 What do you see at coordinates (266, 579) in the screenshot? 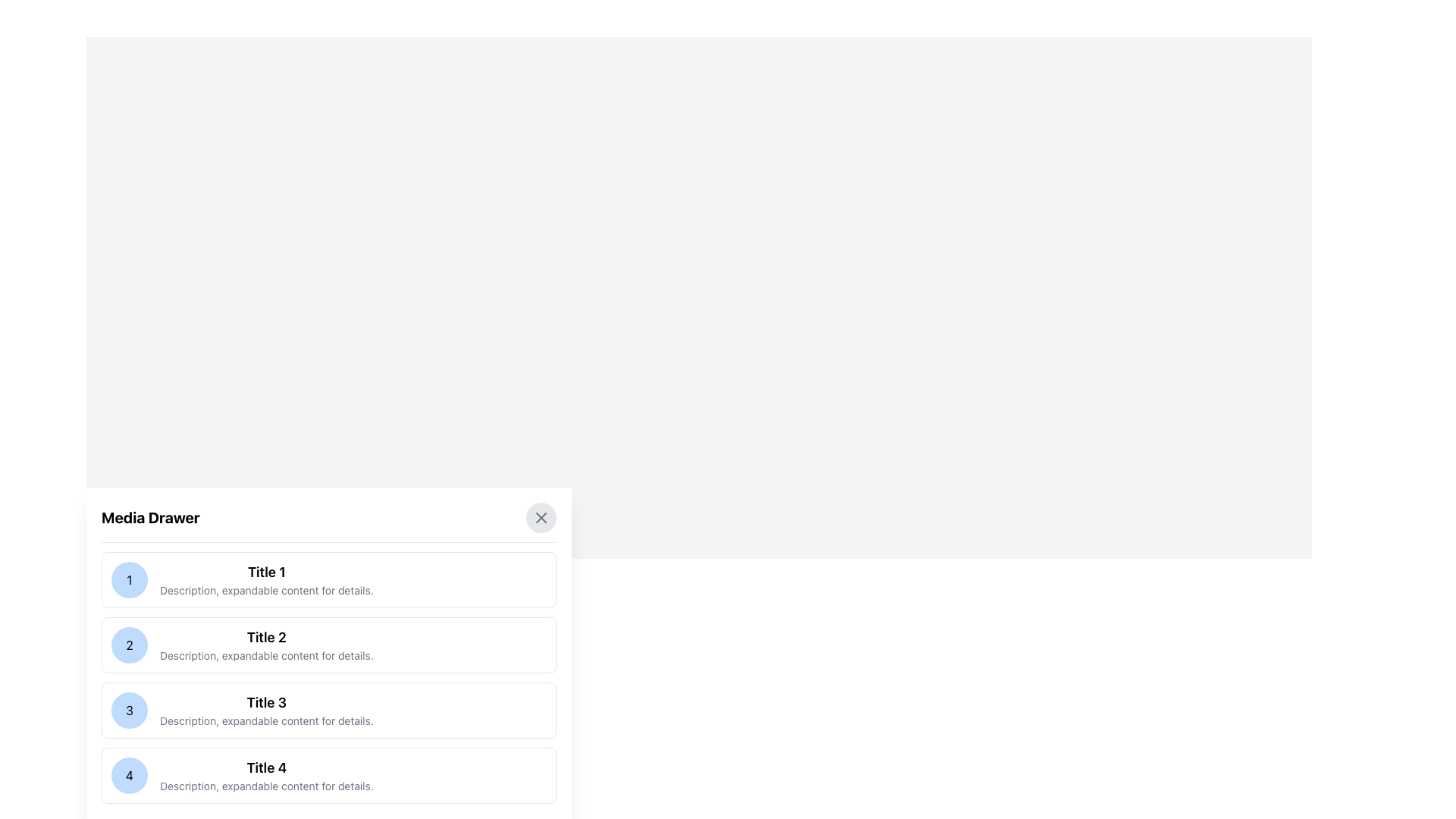
I see `the label with subtitle text for the first item in the 'Media Drawer' list, positioned to the right of the blue circular icon containing the number '1'` at bounding box center [266, 579].